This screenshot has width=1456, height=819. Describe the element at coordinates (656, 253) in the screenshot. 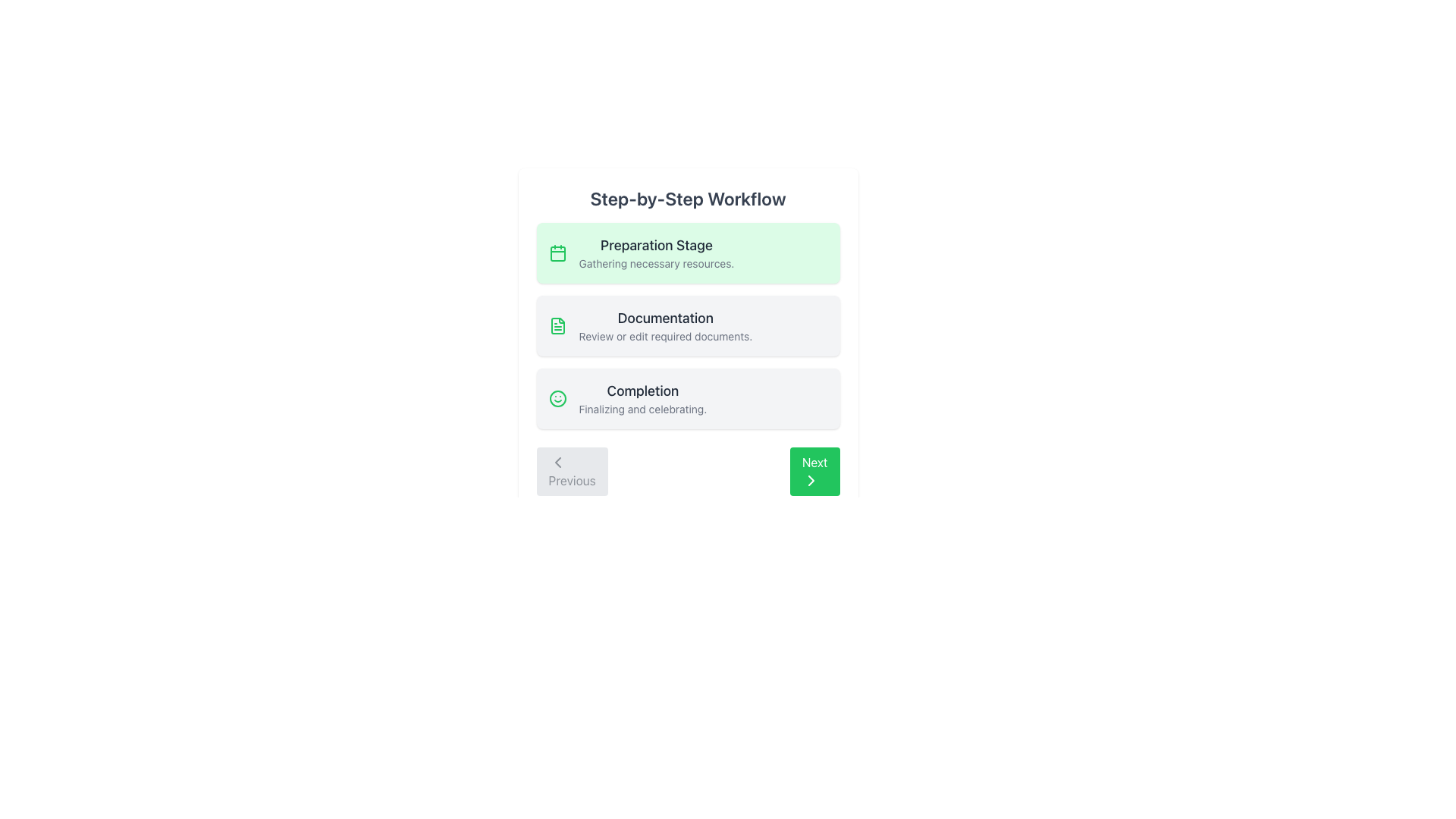

I see `information contained in the text block titled 'Preparation Stage' with the description 'Gathering necessary resources.' This text block is styled with a bold, large title and a smaller, lighter description, positioned within a light green rectangular background` at that location.